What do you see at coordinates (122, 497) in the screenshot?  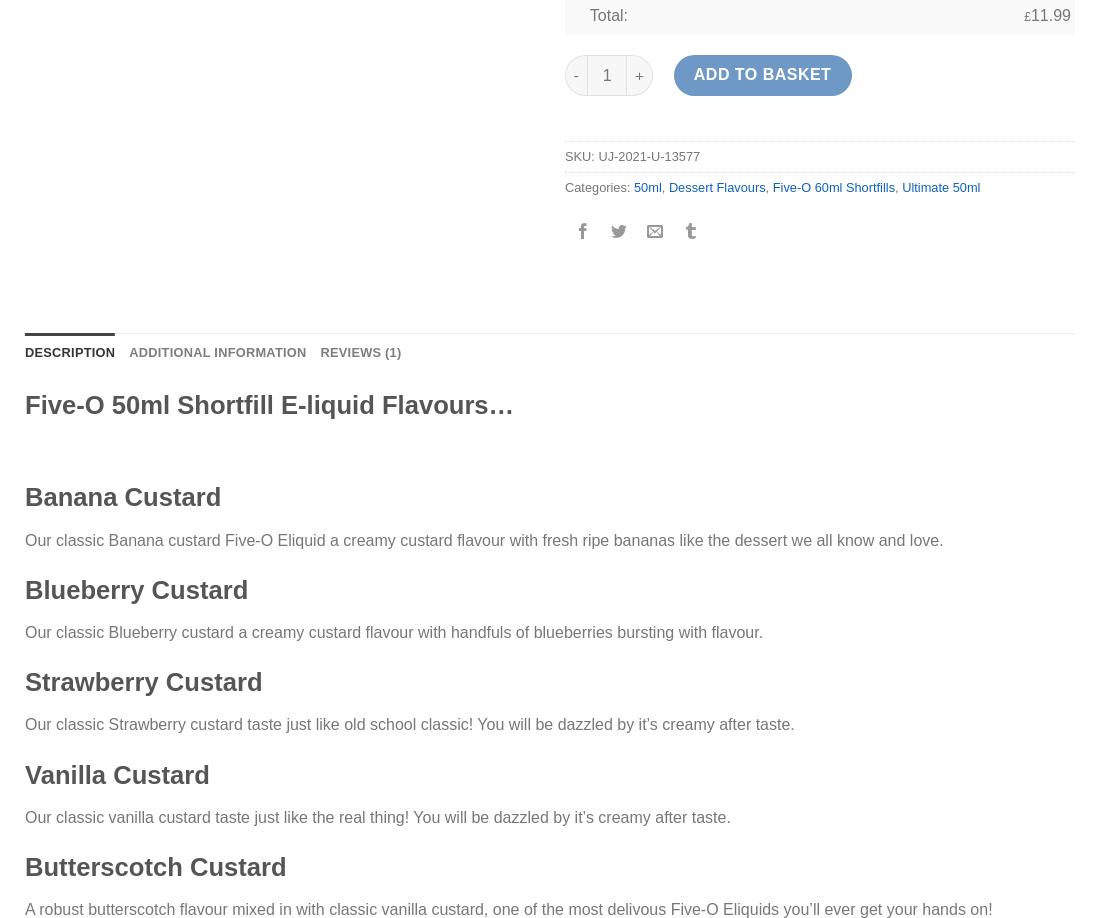 I see `'Banana Custard'` at bounding box center [122, 497].